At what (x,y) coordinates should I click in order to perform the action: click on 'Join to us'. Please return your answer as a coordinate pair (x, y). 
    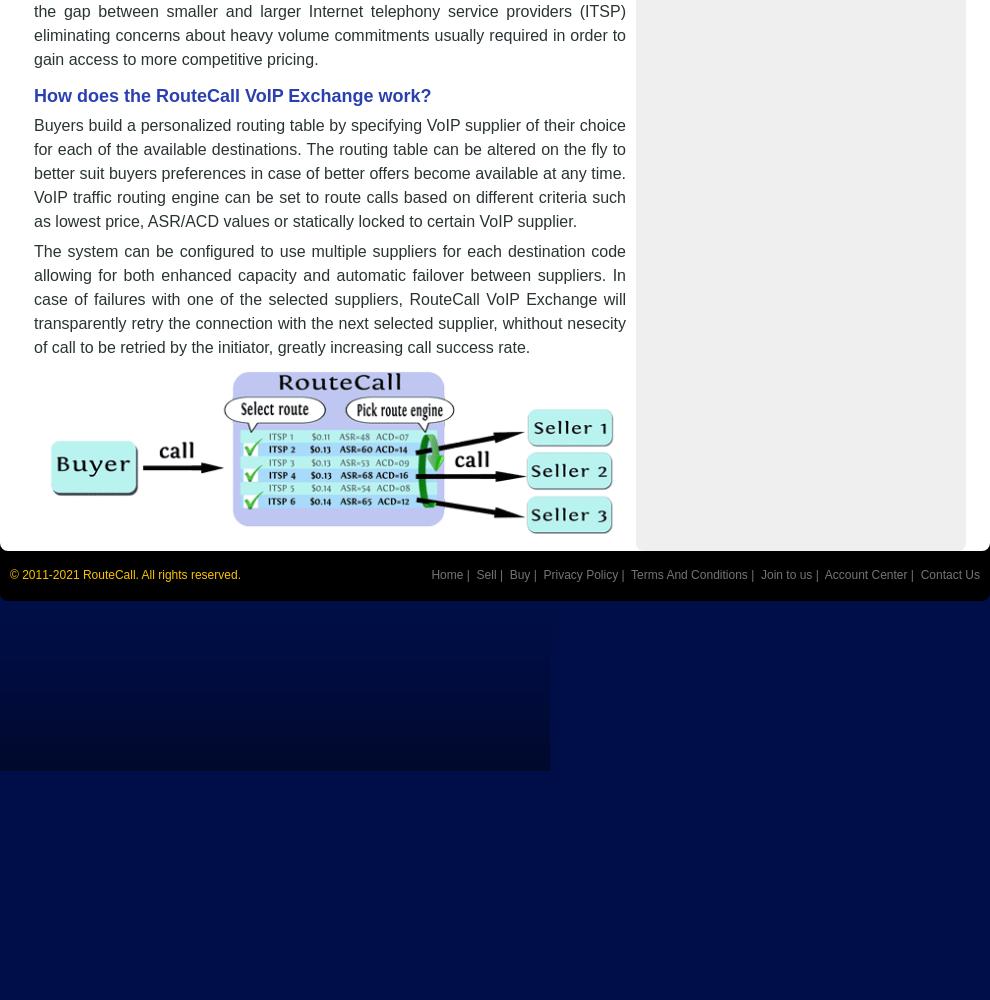
    Looking at the image, I should click on (760, 574).